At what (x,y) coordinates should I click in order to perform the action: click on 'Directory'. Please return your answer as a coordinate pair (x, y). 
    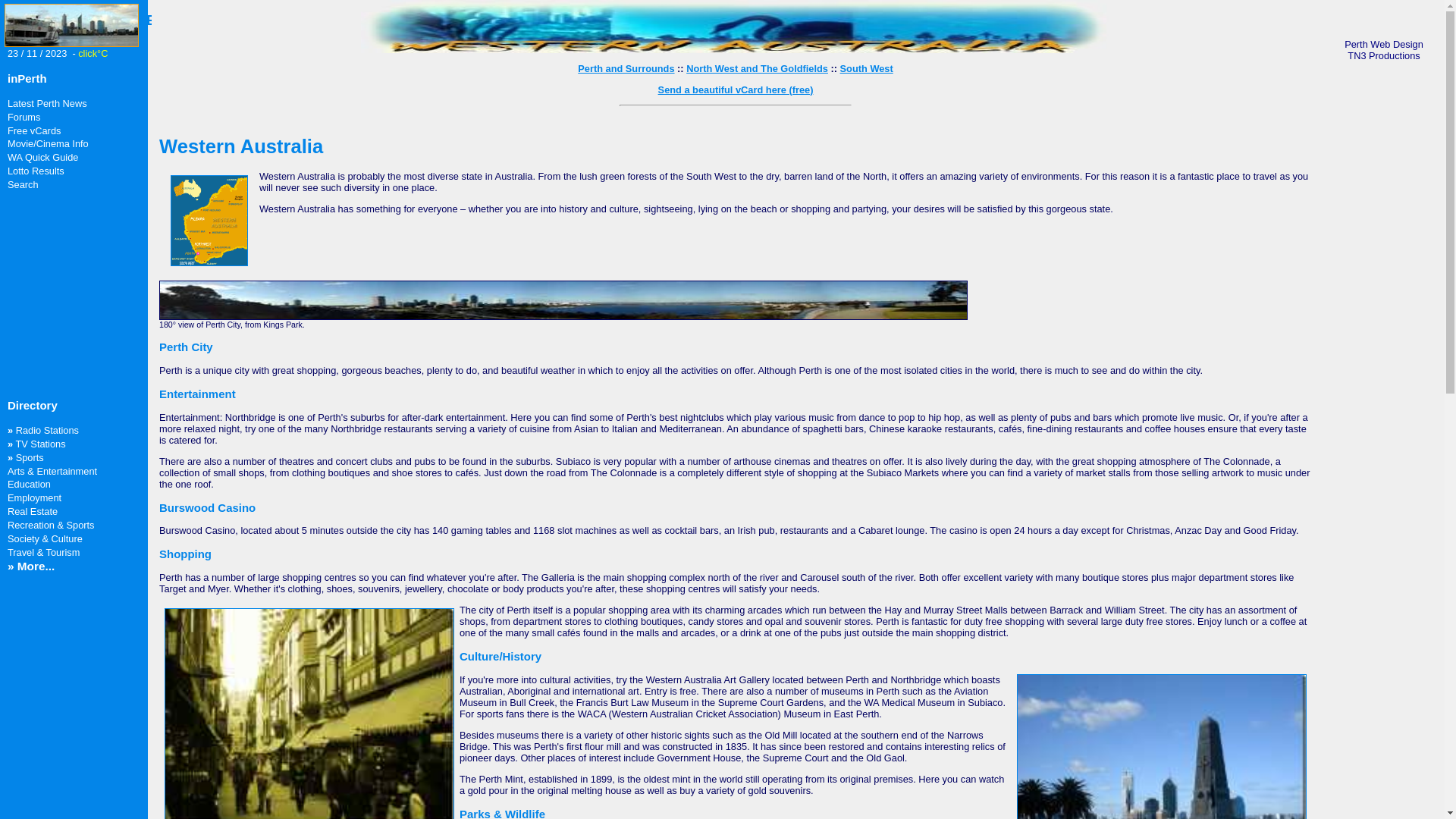
    Looking at the image, I should click on (33, 404).